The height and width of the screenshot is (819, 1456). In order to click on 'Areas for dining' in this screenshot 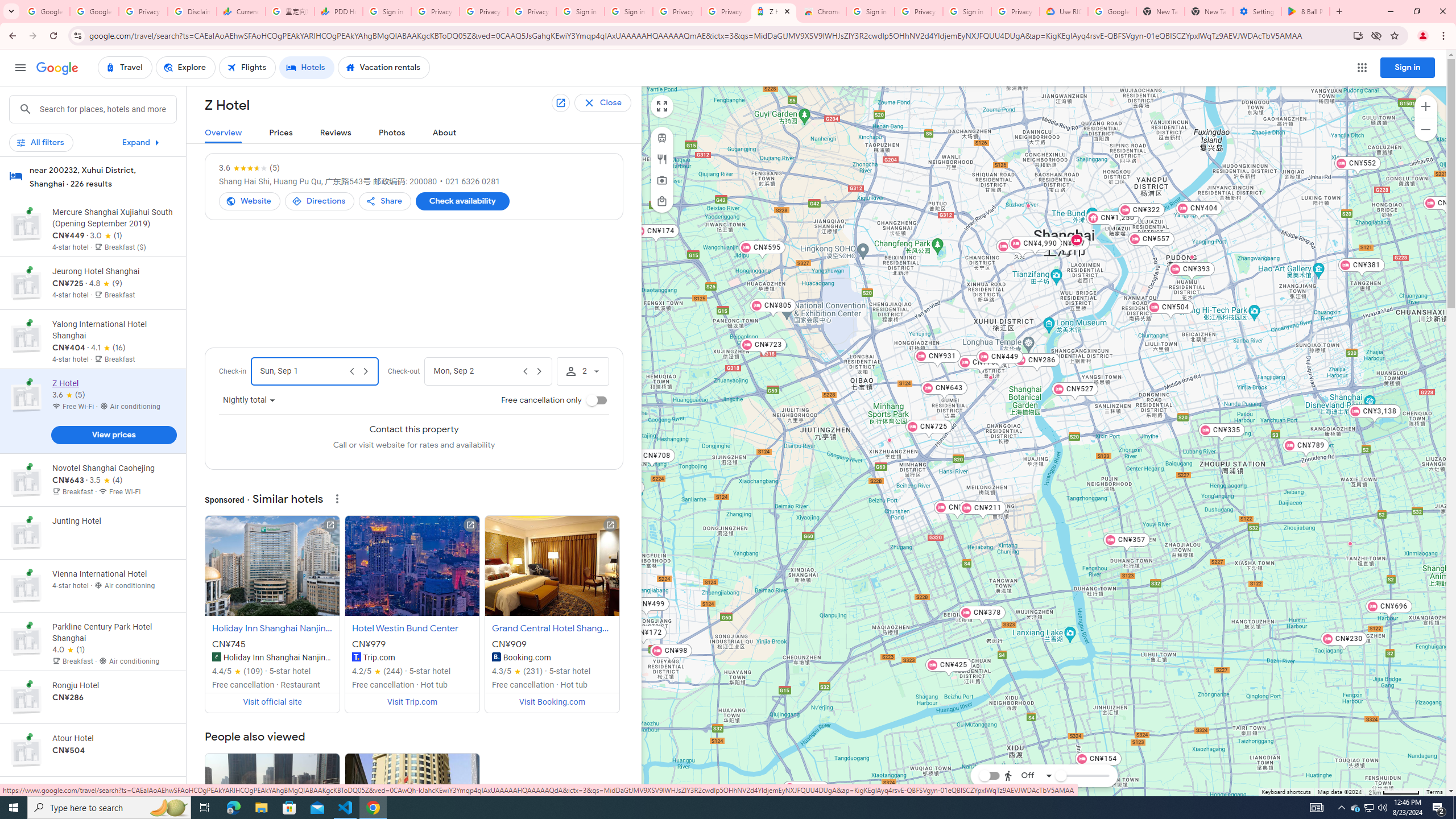, I will do `click(661, 159)`.